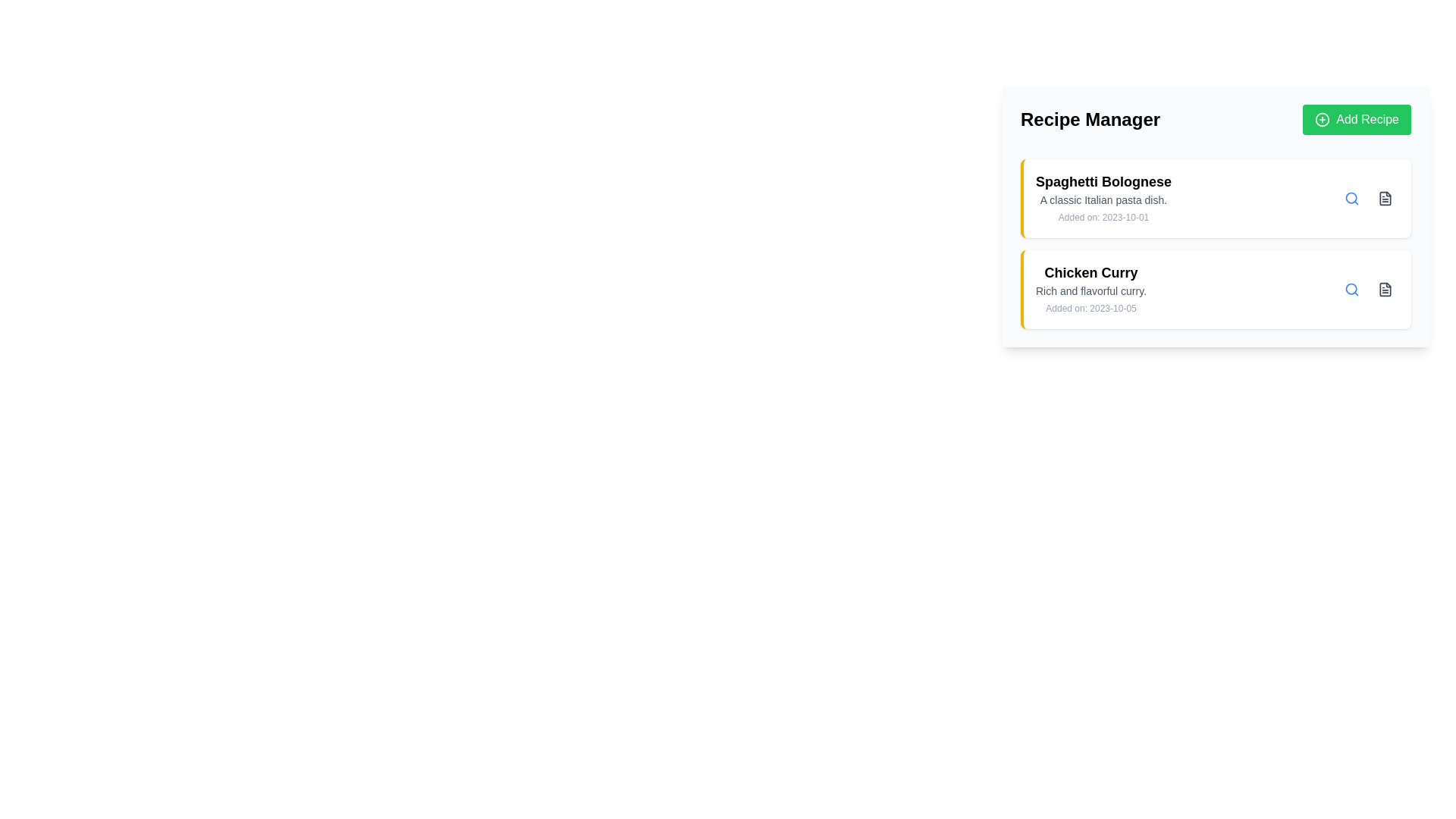  Describe the element at coordinates (1351, 198) in the screenshot. I see `the search button located at the top-right corner of the 'Spaghetti Bolognese' recipe entry in the Recipe Manager list to trigger hover effects` at that location.